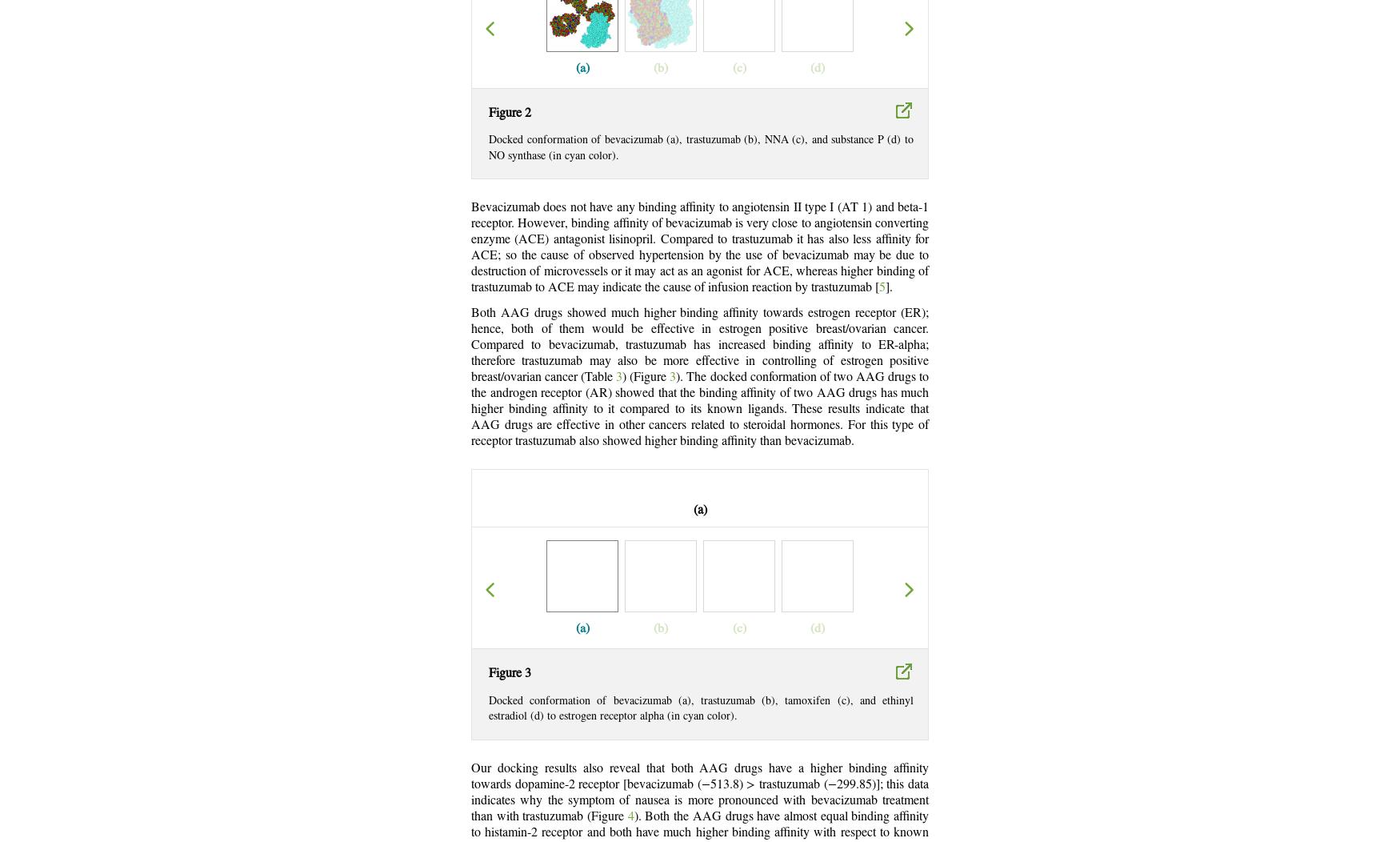  What do you see at coordinates (700, 792) in the screenshot?
I see `'Our docking results also reveal that both AAG drugs have a higher binding affinity towards dopamine-2 receptor [bevacizumab (−513.8) > trastuzumab (−299.85)]; this data indicates why the symptom of nausea is more pronounced with bevacizumab treatment than with trastuzumab (Figure'` at bounding box center [700, 792].